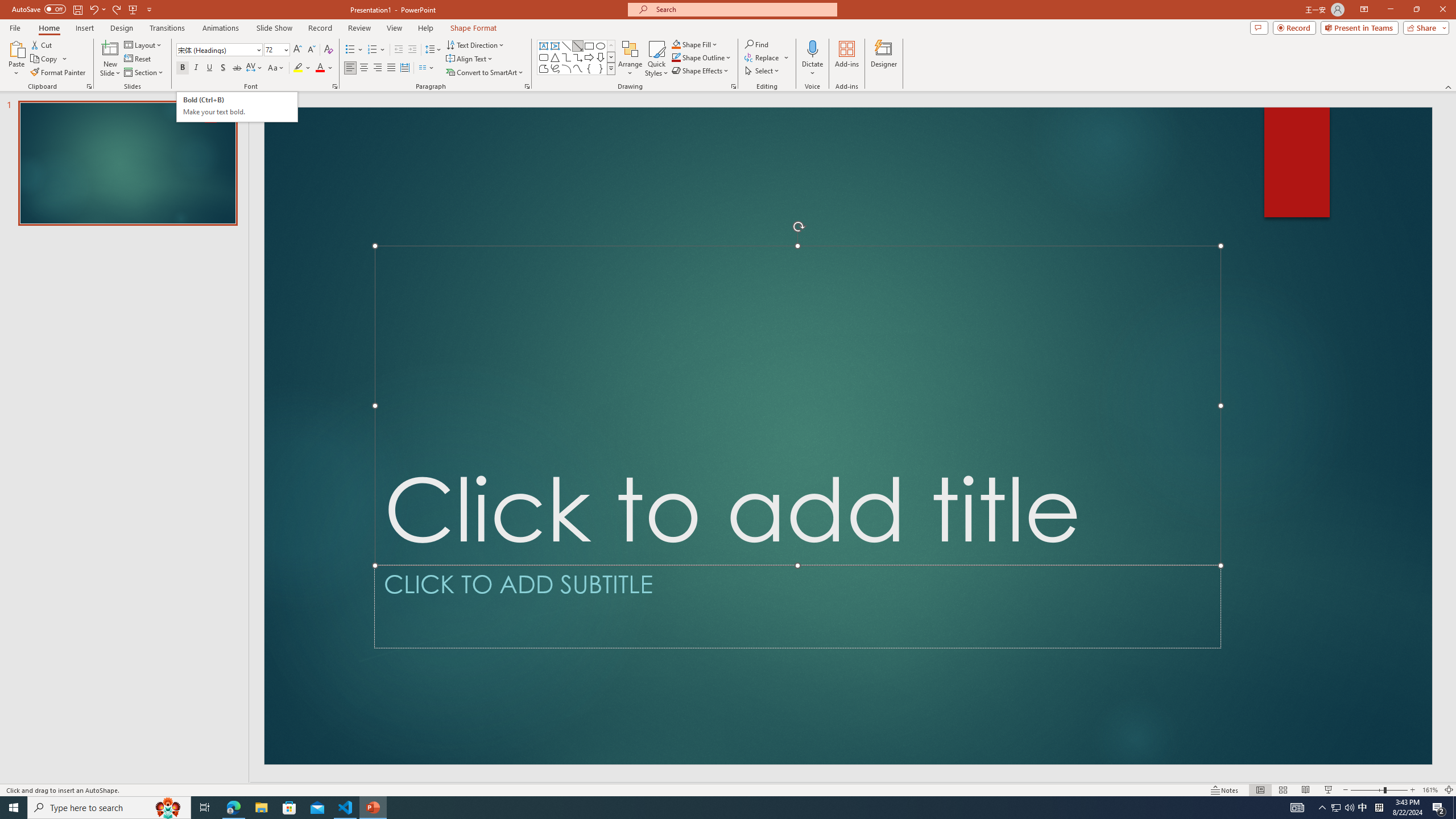 Image resolution: width=1456 pixels, height=819 pixels. I want to click on 'Connector: Elbow Arrow', so click(577, 56).